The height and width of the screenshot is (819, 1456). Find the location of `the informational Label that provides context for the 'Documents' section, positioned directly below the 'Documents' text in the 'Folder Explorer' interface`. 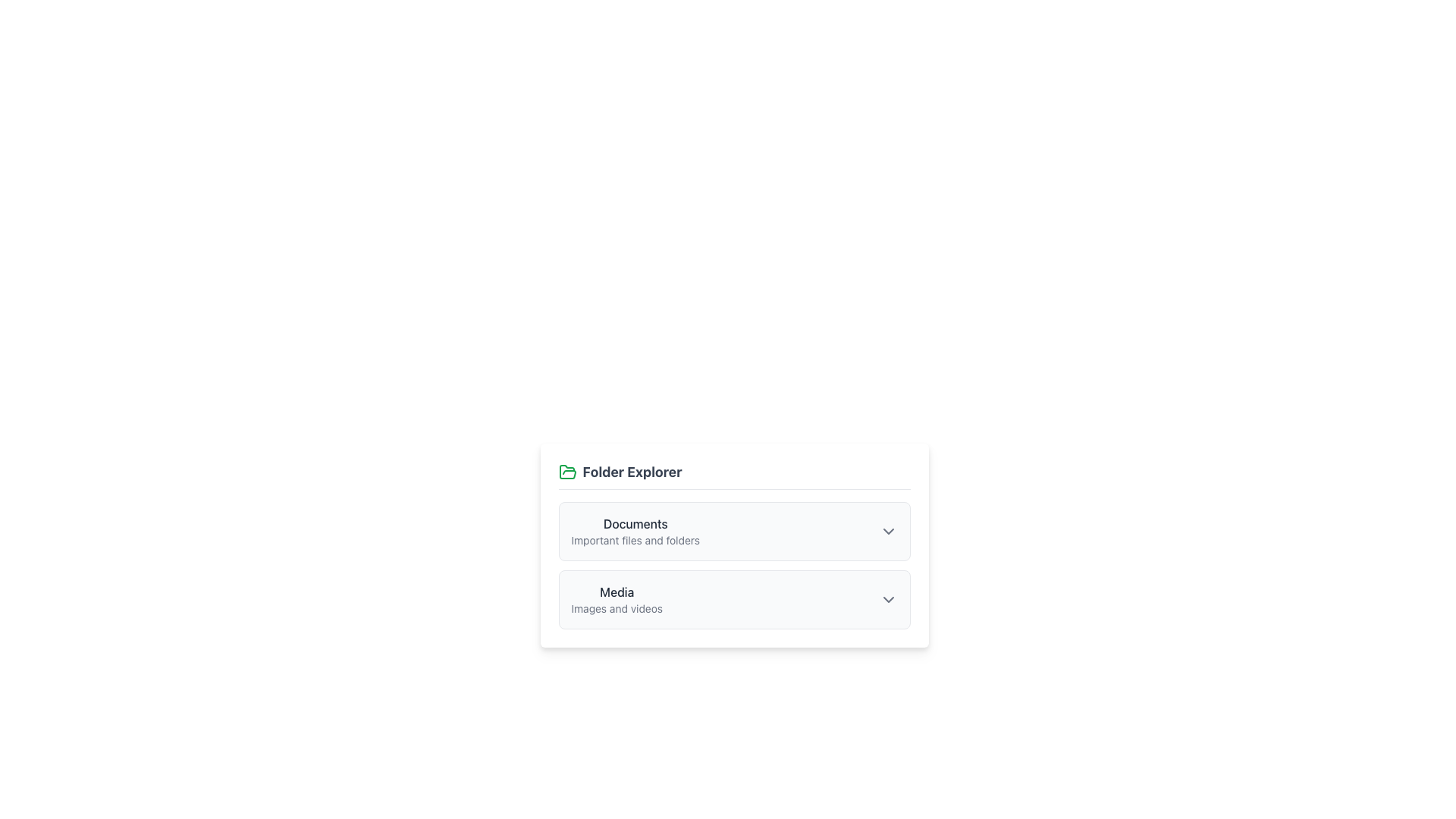

the informational Label that provides context for the 'Documents' section, positioned directly below the 'Documents' text in the 'Folder Explorer' interface is located at coordinates (635, 540).